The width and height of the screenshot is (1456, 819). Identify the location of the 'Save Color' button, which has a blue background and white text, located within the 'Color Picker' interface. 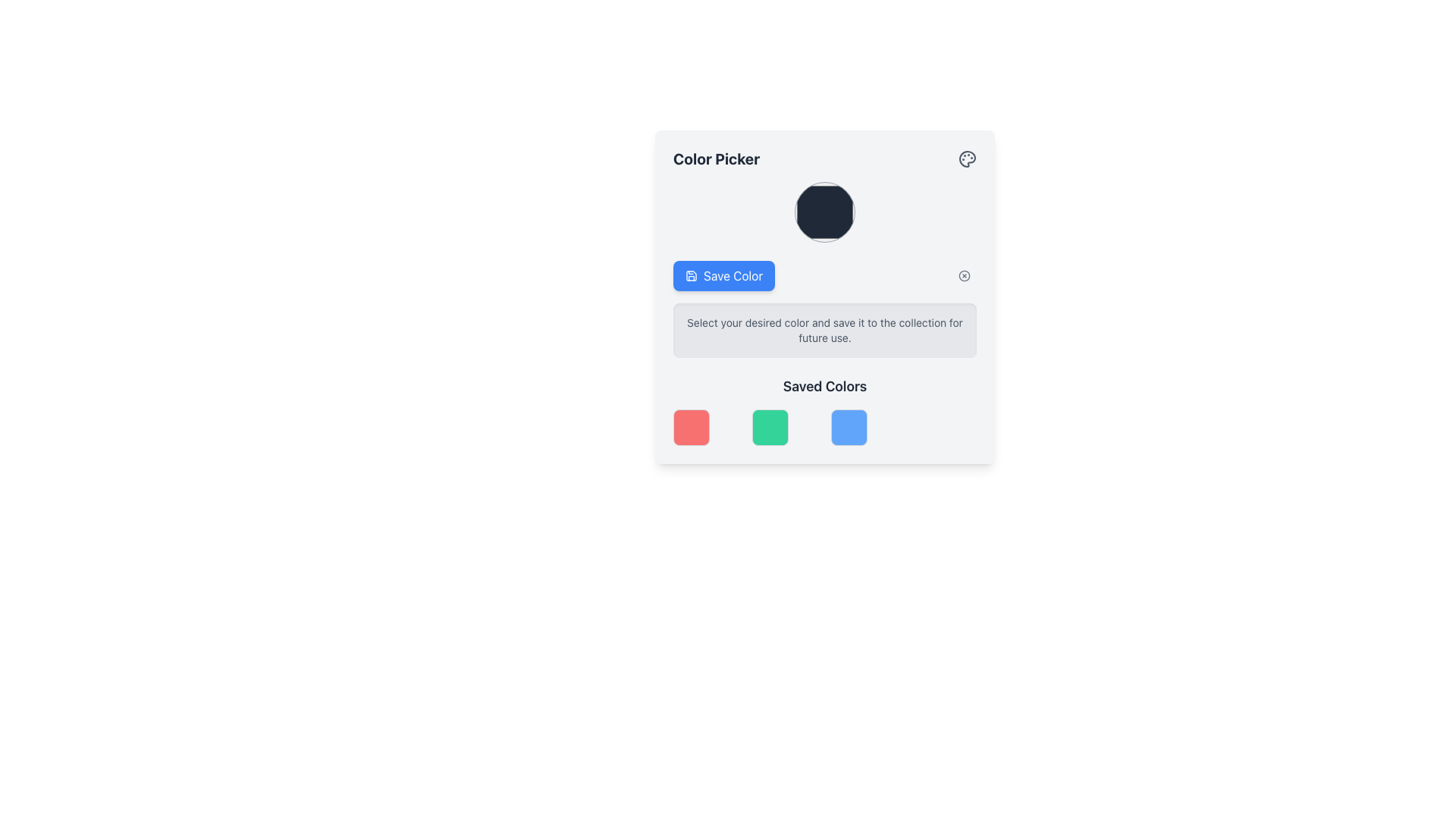
(723, 275).